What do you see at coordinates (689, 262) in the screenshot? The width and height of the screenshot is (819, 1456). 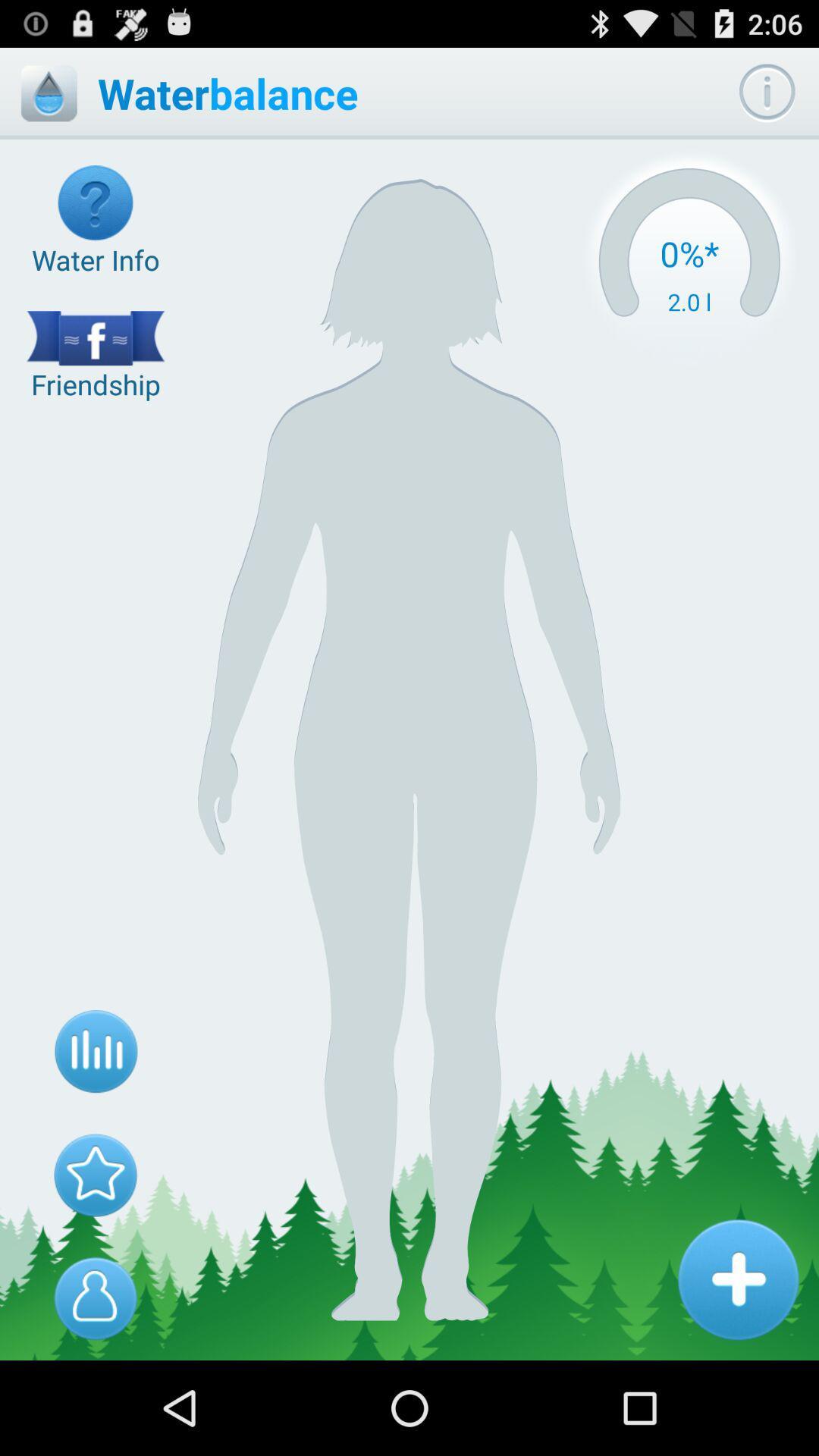 I see `the icon next to waterbalance icon` at bounding box center [689, 262].